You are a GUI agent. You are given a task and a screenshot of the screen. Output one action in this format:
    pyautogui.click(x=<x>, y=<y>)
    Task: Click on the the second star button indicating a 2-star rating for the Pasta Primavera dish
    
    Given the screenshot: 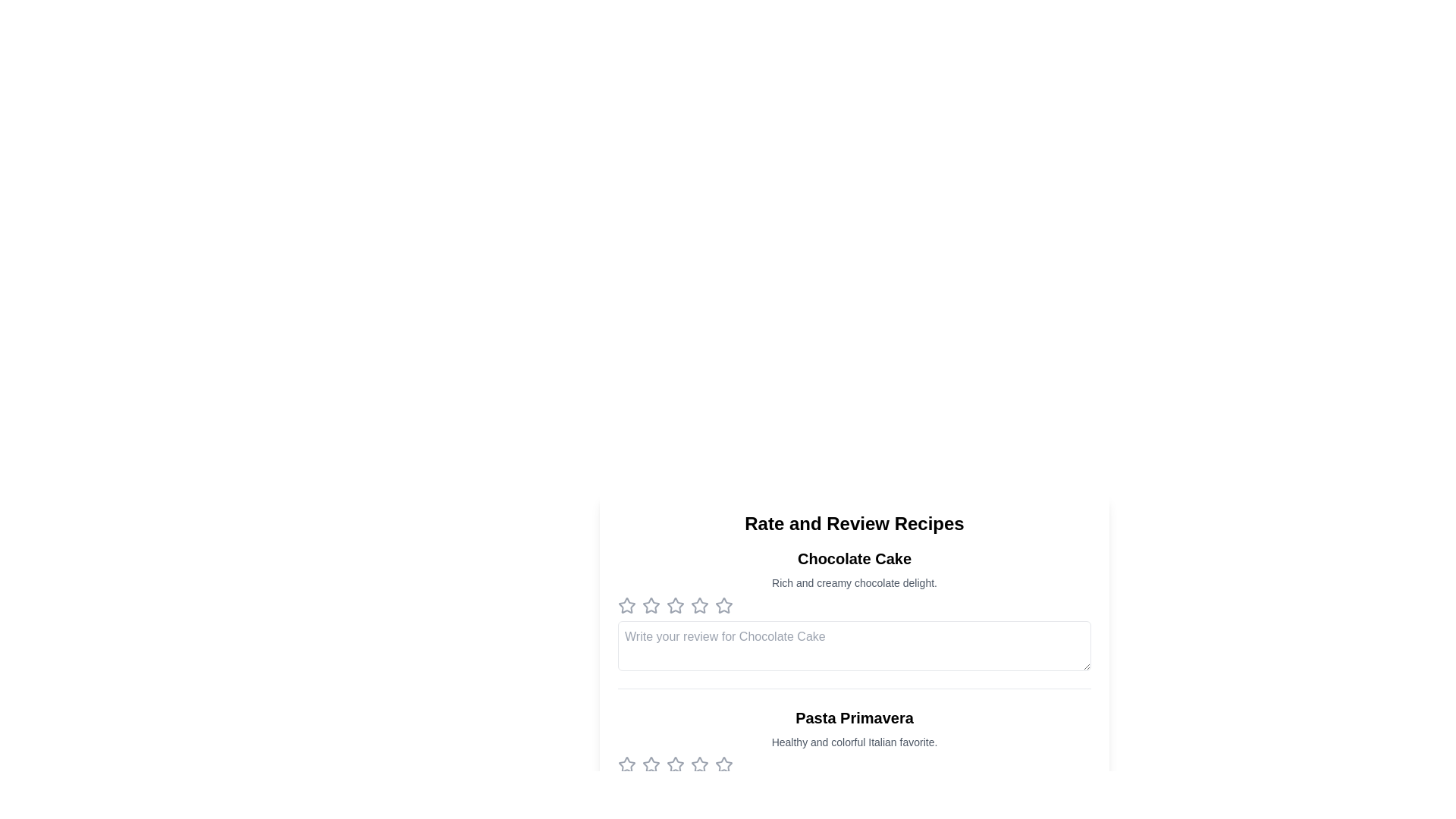 What is the action you would take?
    pyautogui.click(x=651, y=765)
    